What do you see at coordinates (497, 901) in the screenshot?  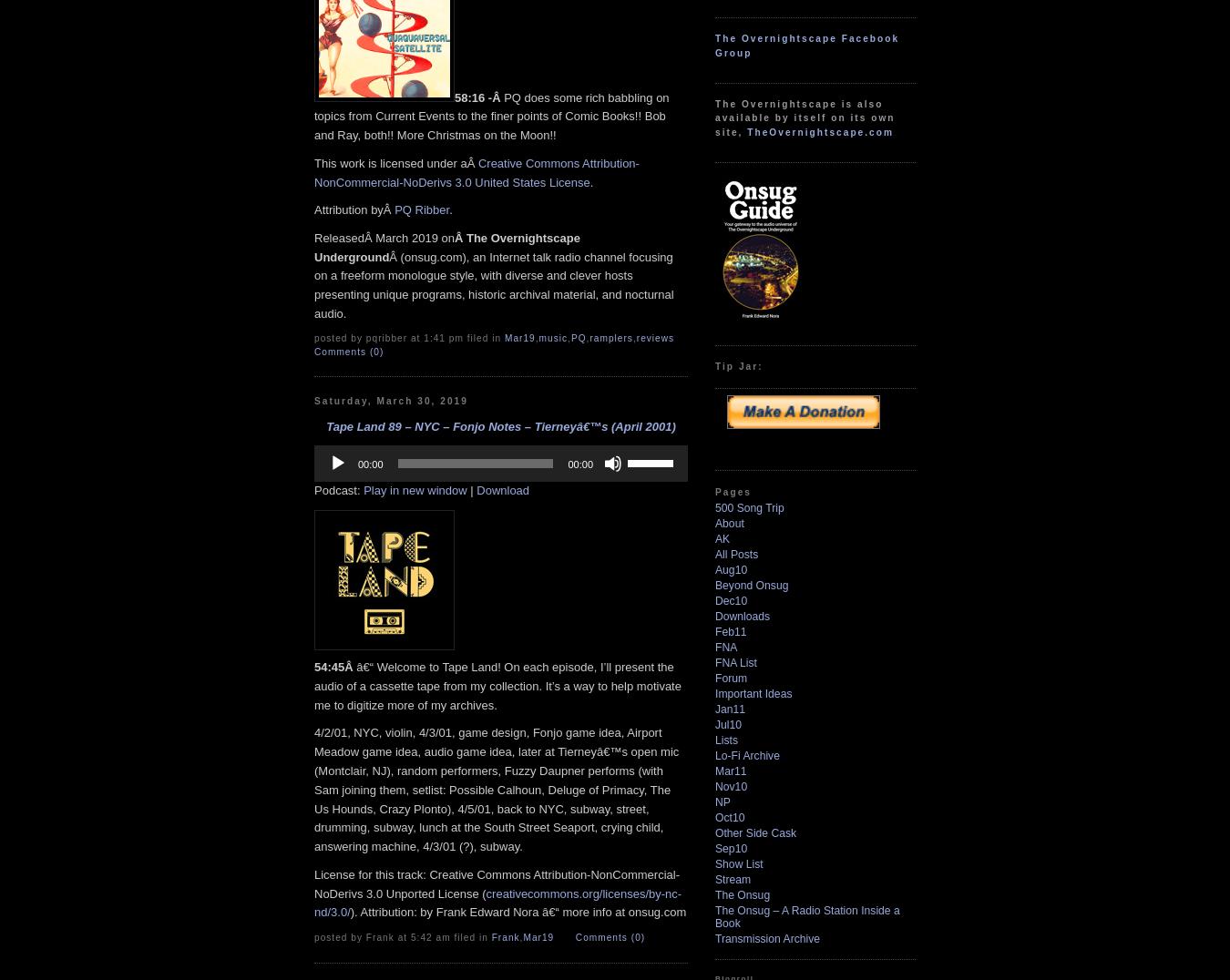 I see `'creativecommons.org/licenses/by-nc-nd/3.0/'` at bounding box center [497, 901].